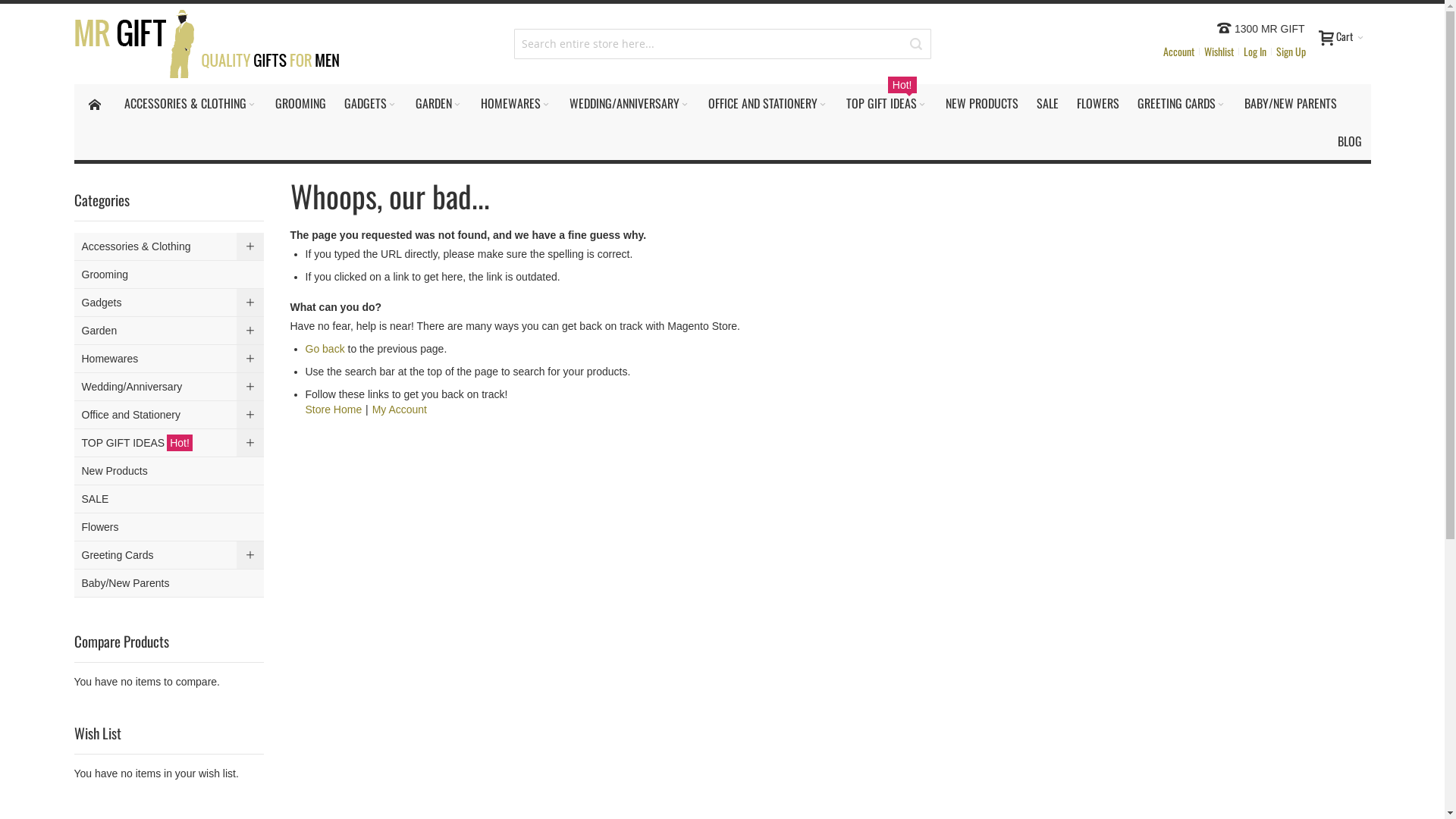 The image size is (1456, 819). What do you see at coordinates (323, 348) in the screenshot?
I see `'Go back'` at bounding box center [323, 348].